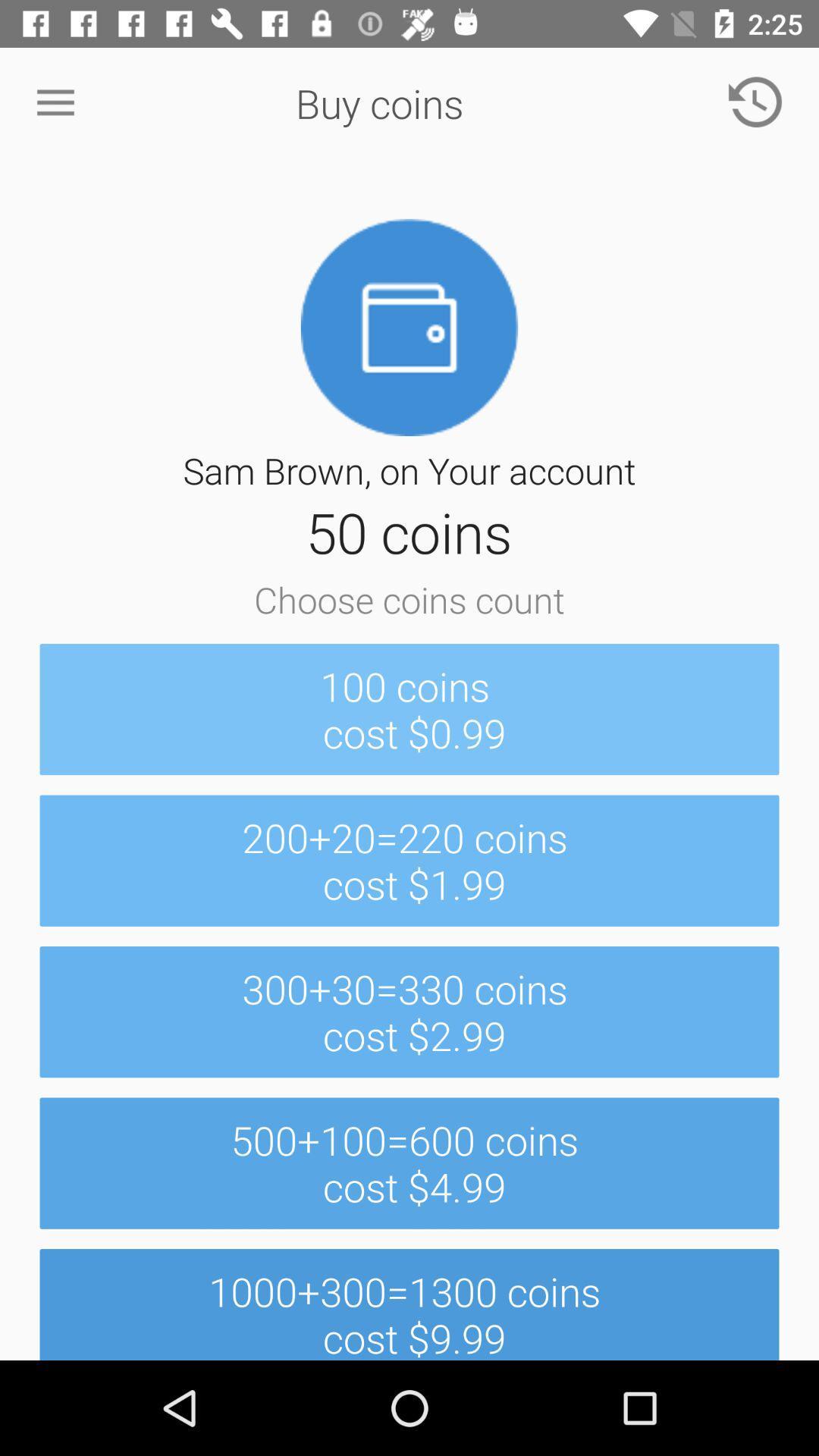 The image size is (819, 1456). I want to click on the item above 100 coins cost, so click(755, 102).